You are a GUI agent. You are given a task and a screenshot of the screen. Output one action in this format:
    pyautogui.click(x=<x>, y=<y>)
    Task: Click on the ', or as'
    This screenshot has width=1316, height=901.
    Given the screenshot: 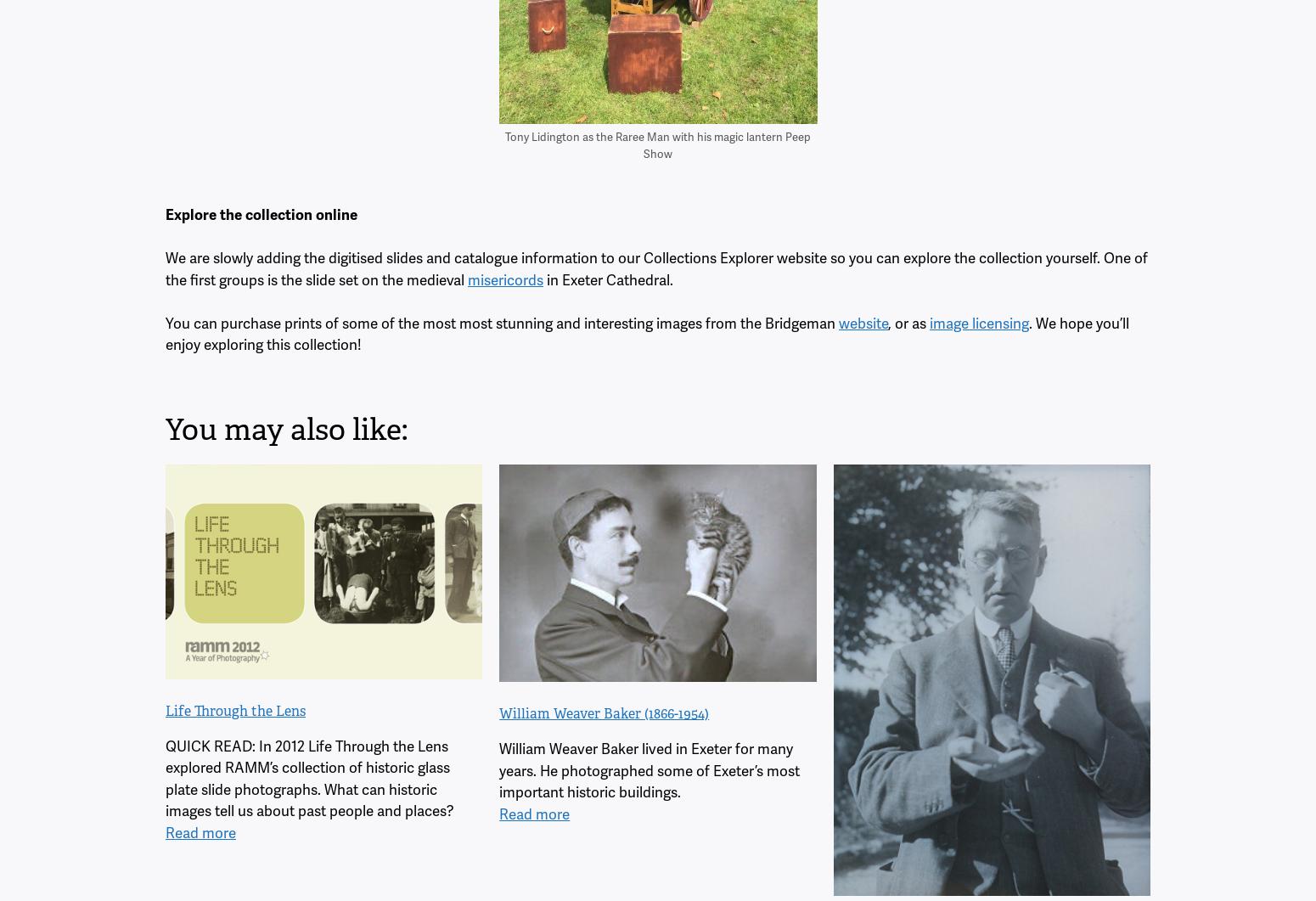 What is the action you would take?
    pyautogui.click(x=908, y=323)
    